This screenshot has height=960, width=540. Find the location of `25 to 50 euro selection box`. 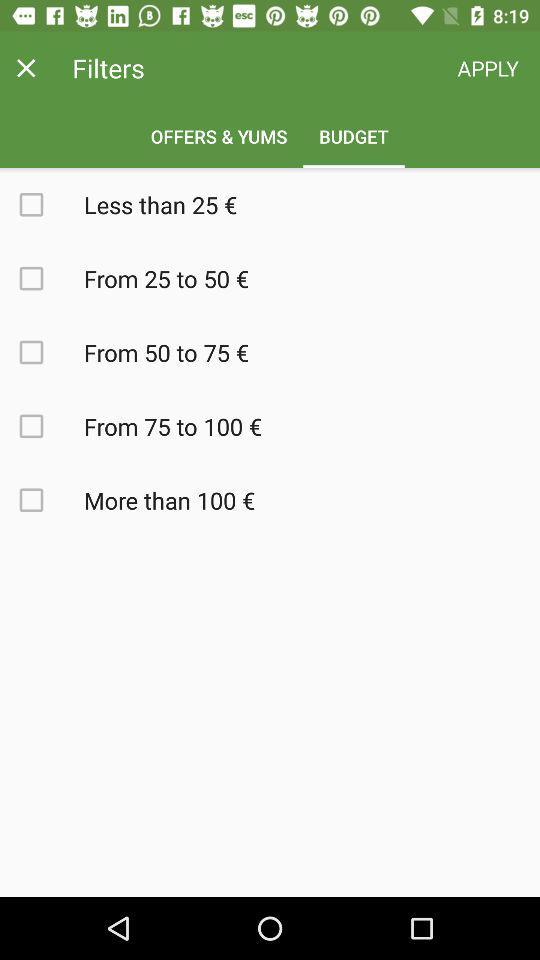

25 to 50 euro selection box is located at coordinates (42, 277).